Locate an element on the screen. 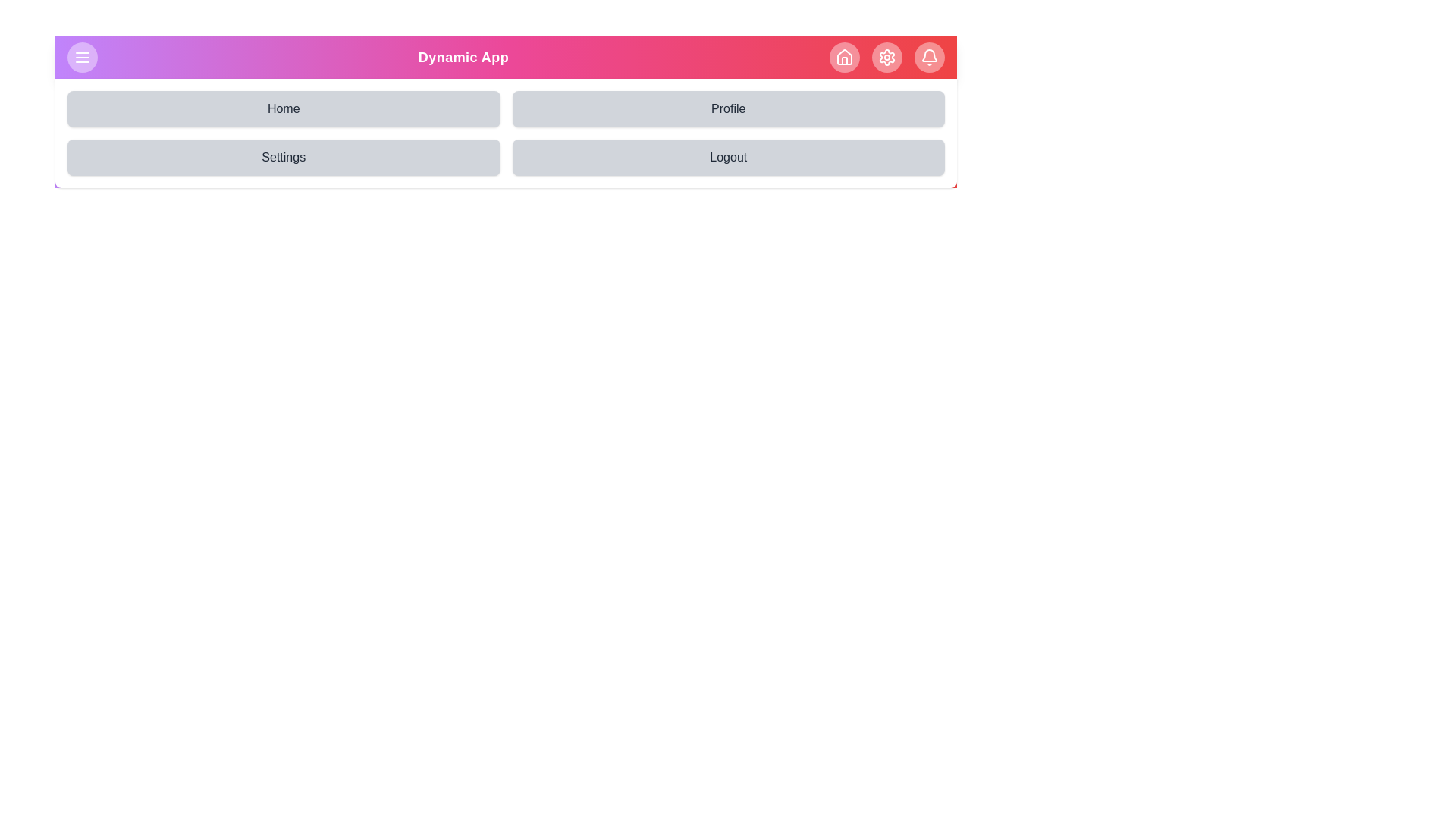  the Home button in the top bar is located at coordinates (843, 57).